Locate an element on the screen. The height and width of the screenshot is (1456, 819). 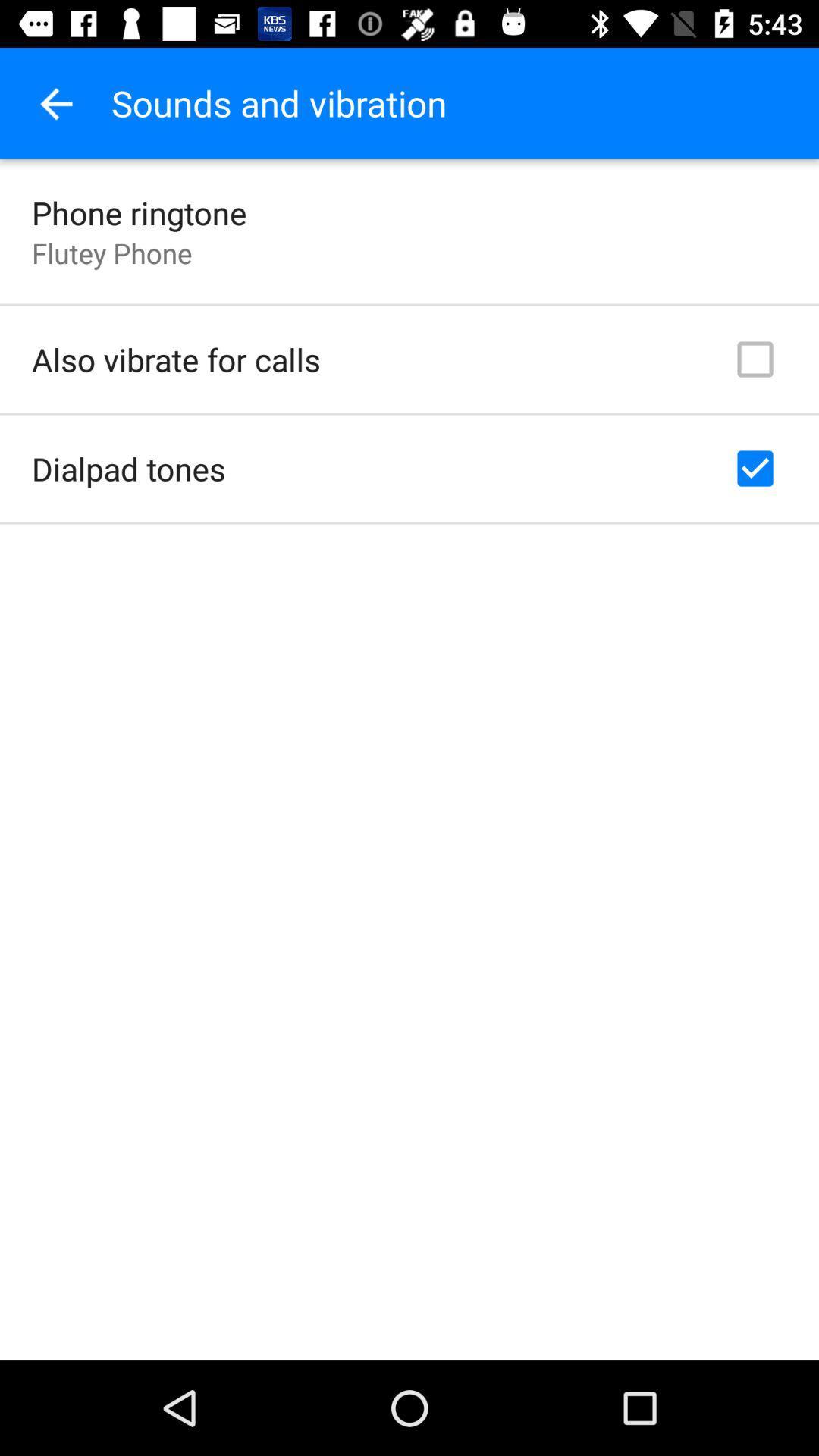
the item above also vibrate for item is located at coordinates (111, 253).